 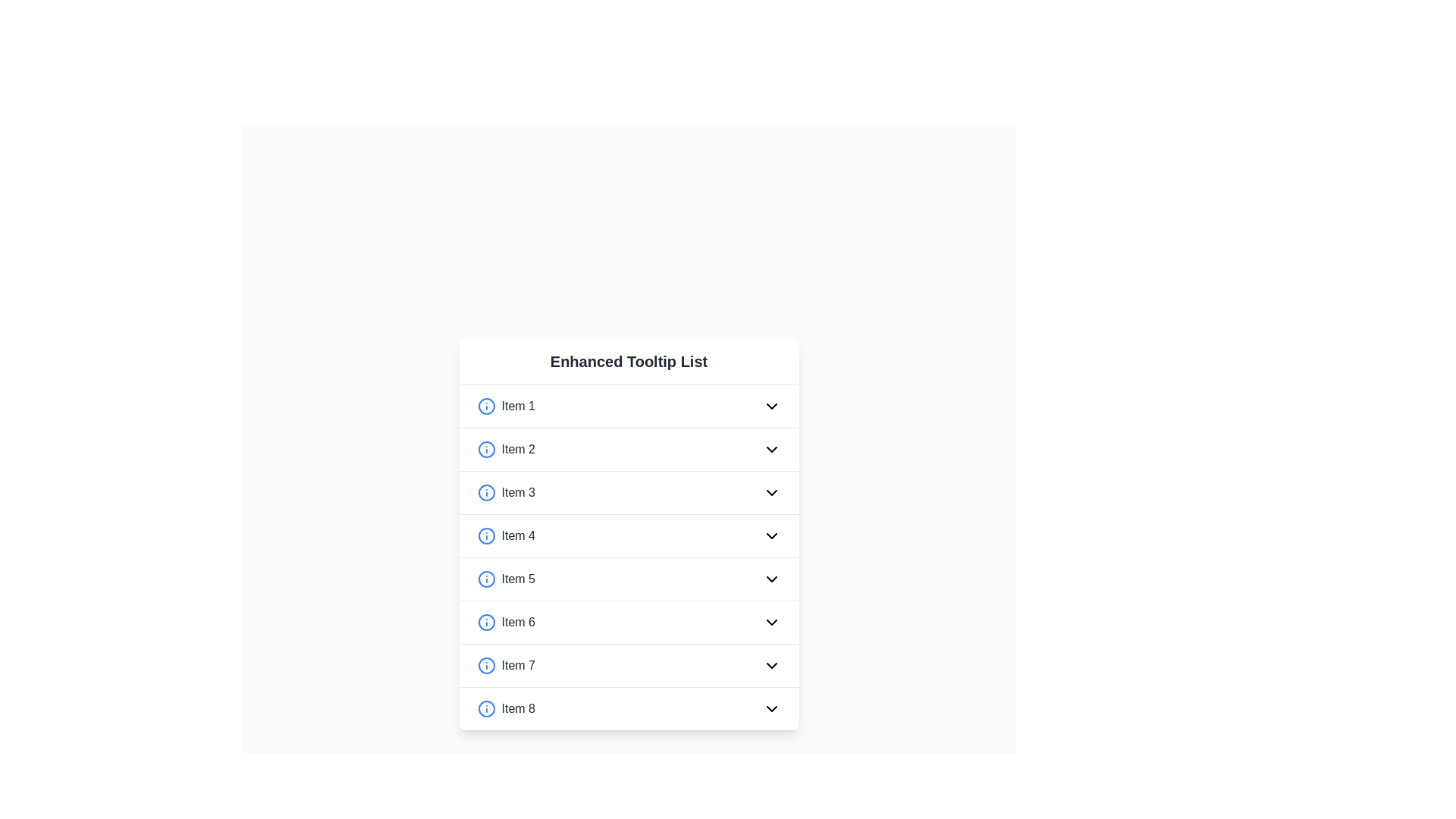 What do you see at coordinates (486, 493) in the screenshot?
I see `the icon for 'Item 3' located in the third row of the 'Enhanced Tooltip List' by moving the cursor to its center point` at bounding box center [486, 493].